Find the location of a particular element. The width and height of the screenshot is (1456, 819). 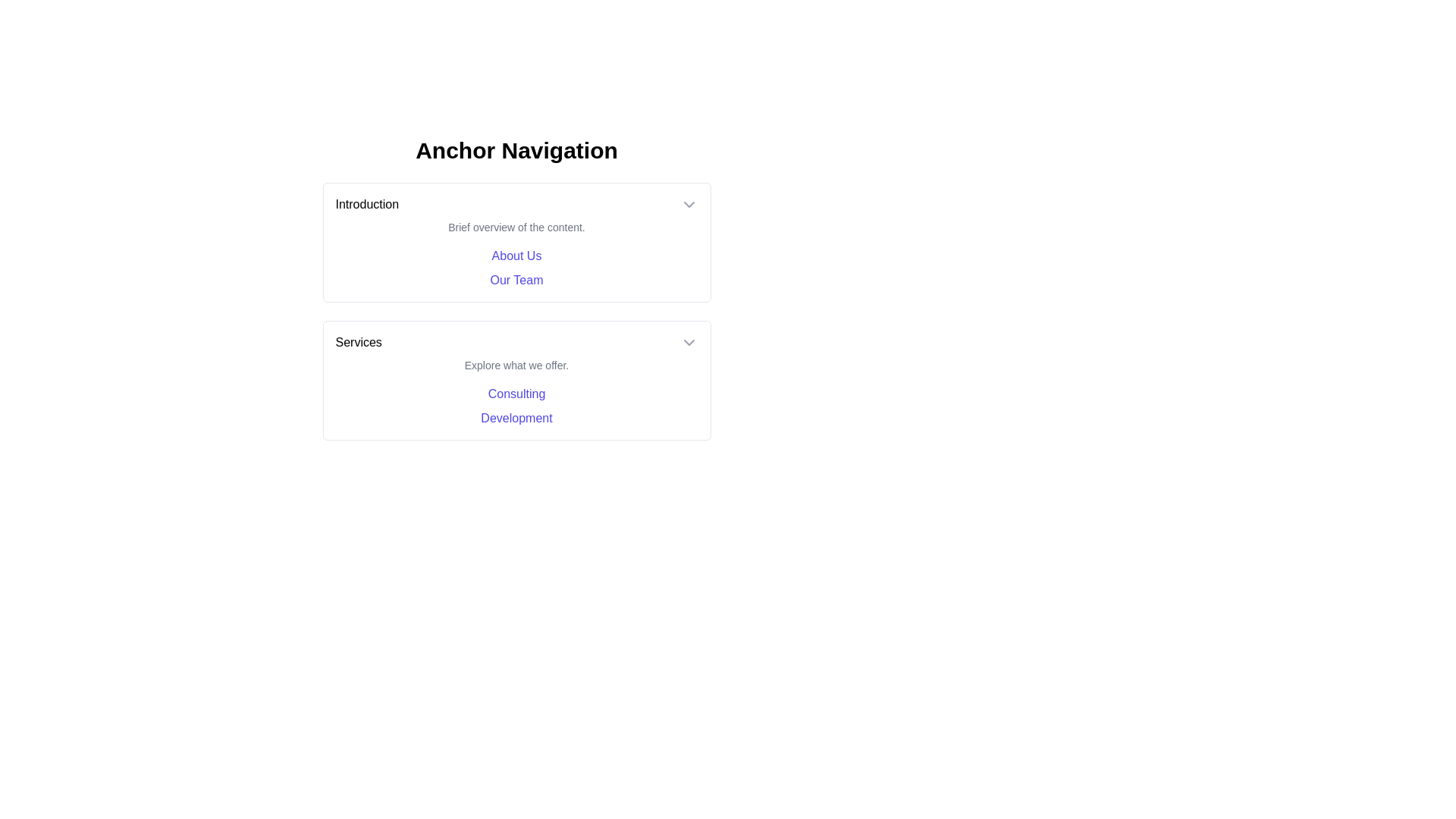

the 'Our Team' text link, which is the second hyperlink in the 'Introduction' section is located at coordinates (516, 281).